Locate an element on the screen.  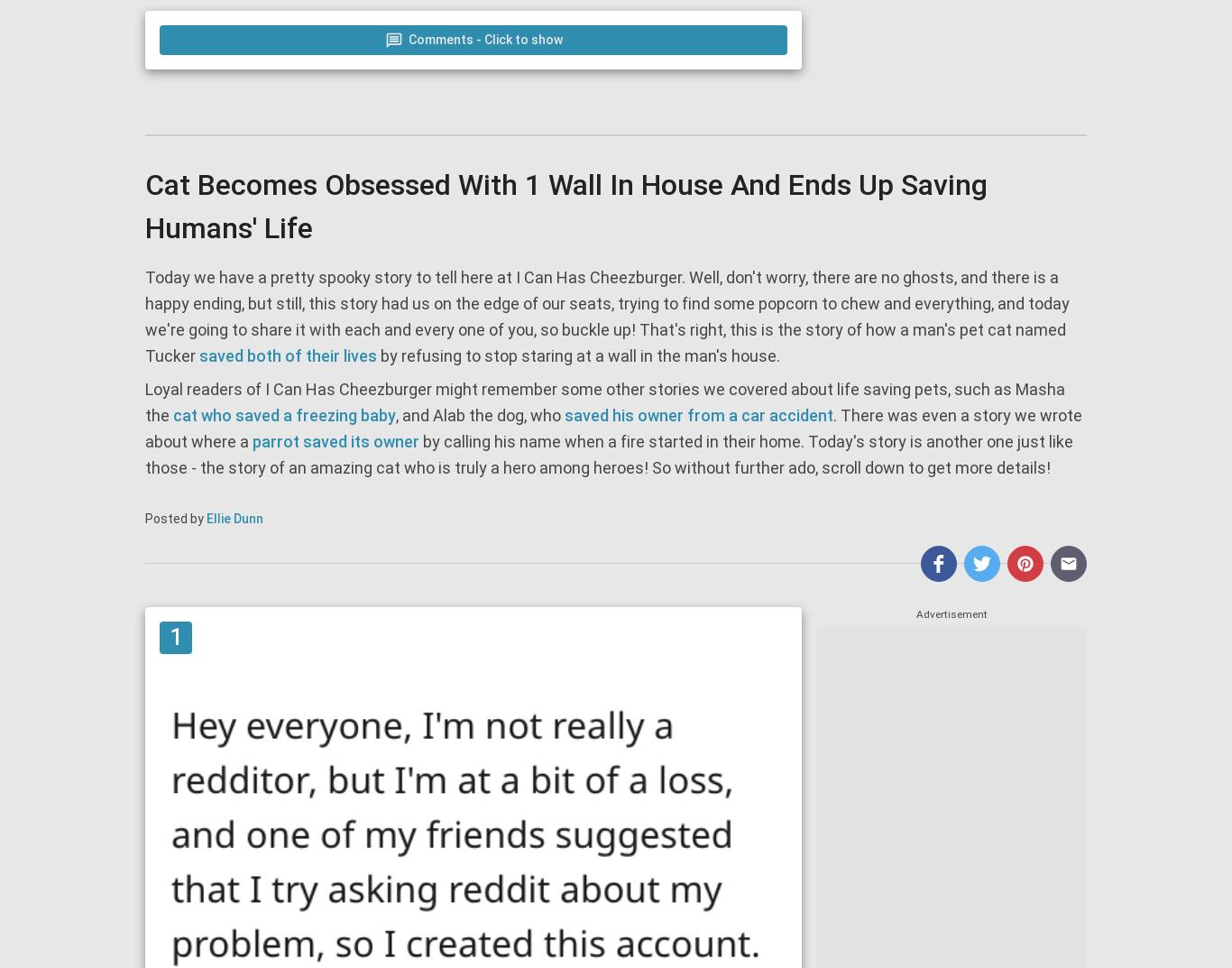
'parrot saved its owner' is located at coordinates (335, 440).